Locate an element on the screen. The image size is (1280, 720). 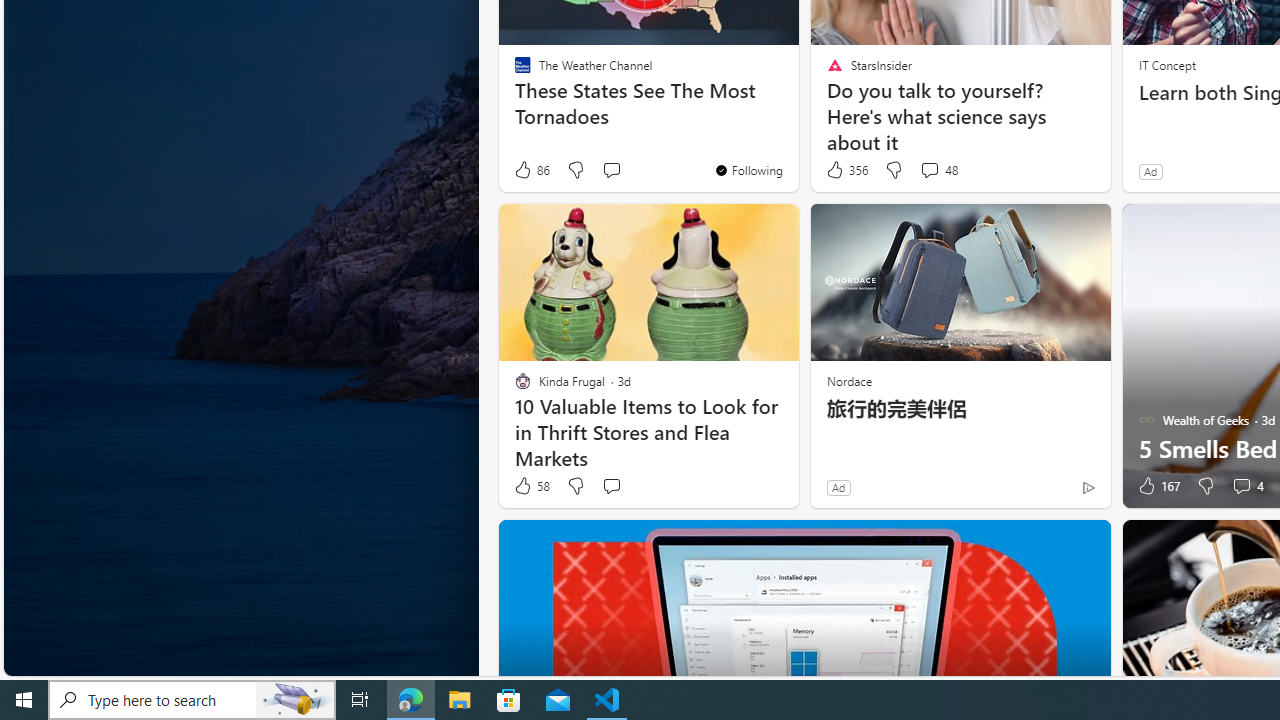
'View comments 4 Comment' is located at coordinates (1240, 486).